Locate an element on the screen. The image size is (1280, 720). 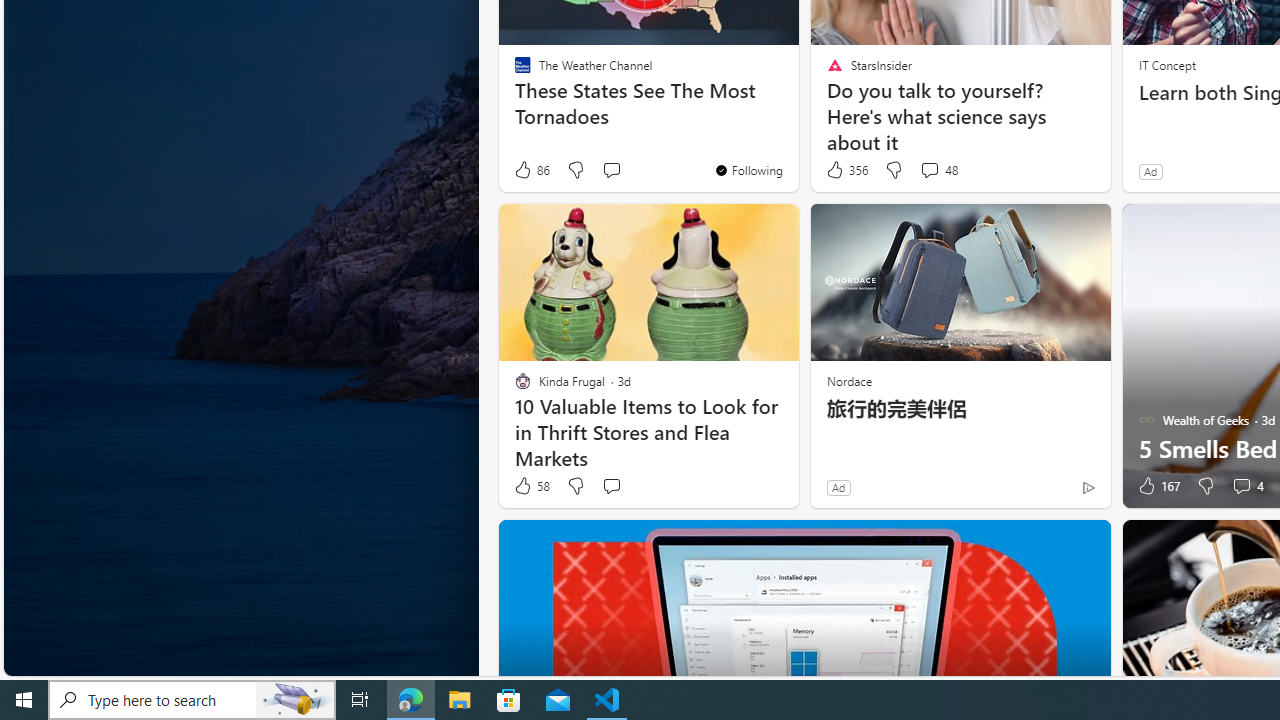
'View comments 4 Comment' is located at coordinates (1240, 486).